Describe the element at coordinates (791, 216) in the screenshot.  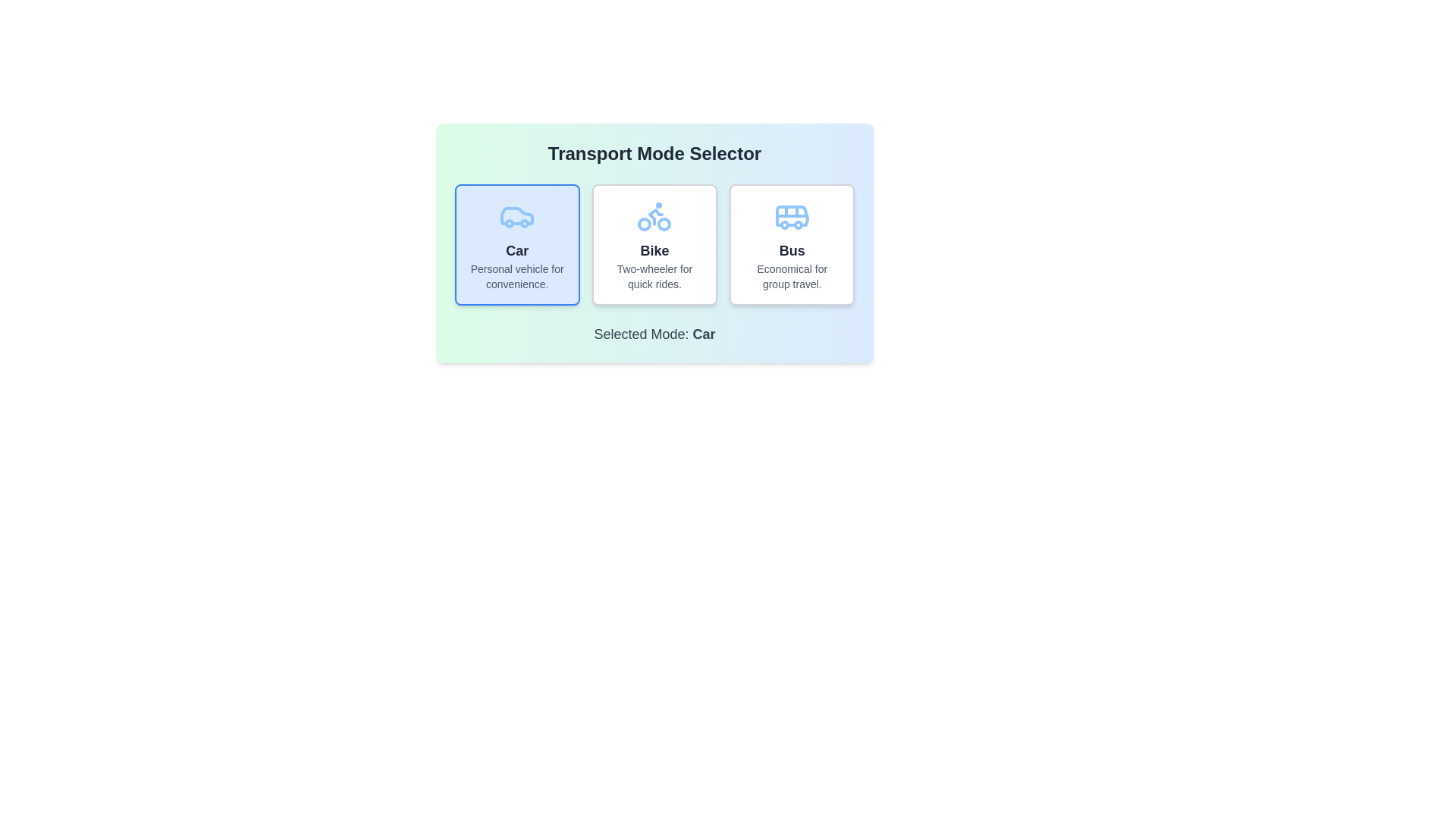
I see `the 'Bus' transport mode icon, which is the third option in the selection interface, located to the right of the 'Car' and 'Bike' options` at that location.